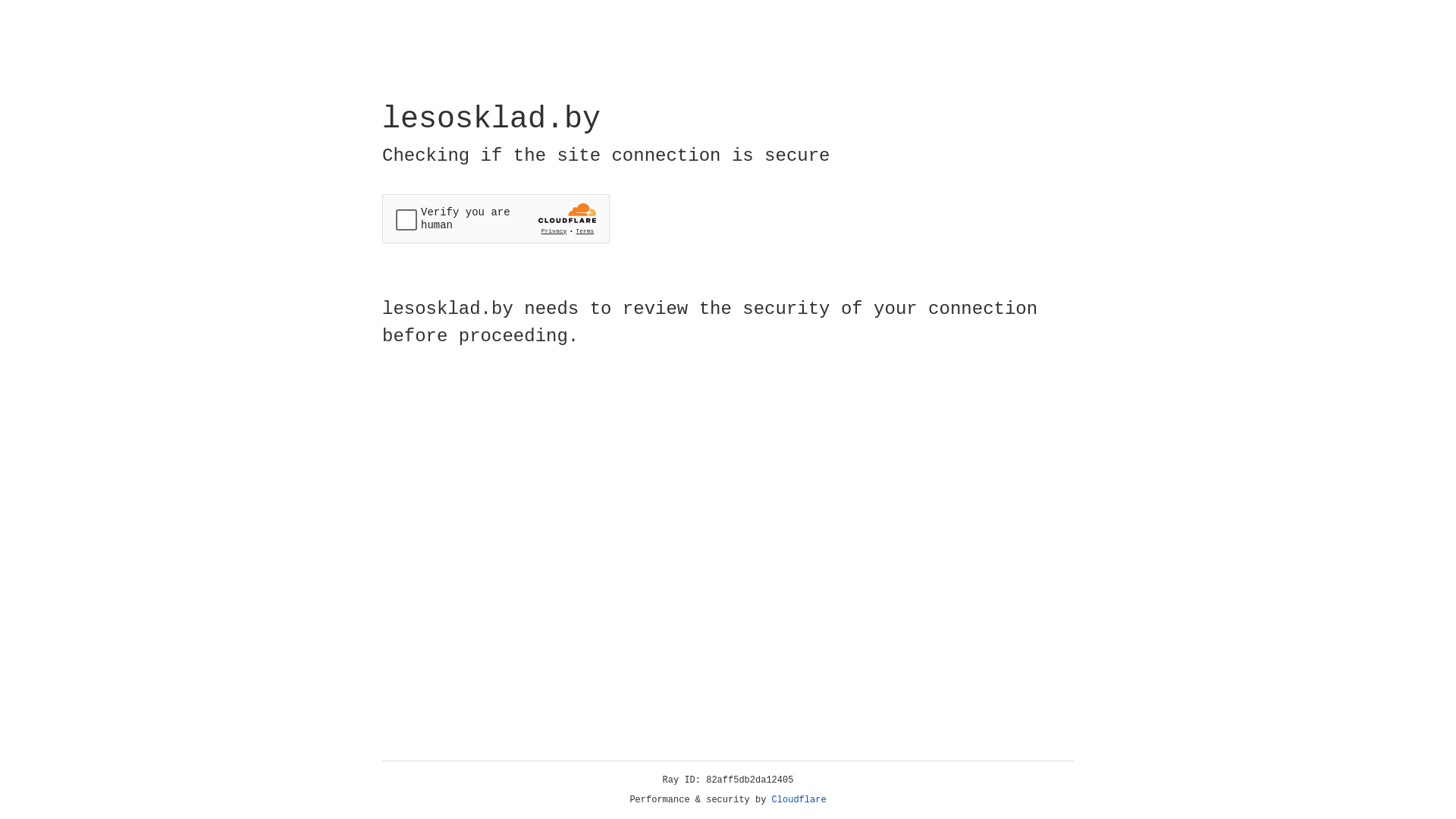 Image resolution: width=1456 pixels, height=819 pixels. What do you see at coordinates (799, 799) in the screenshot?
I see `'Cloudflare'` at bounding box center [799, 799].